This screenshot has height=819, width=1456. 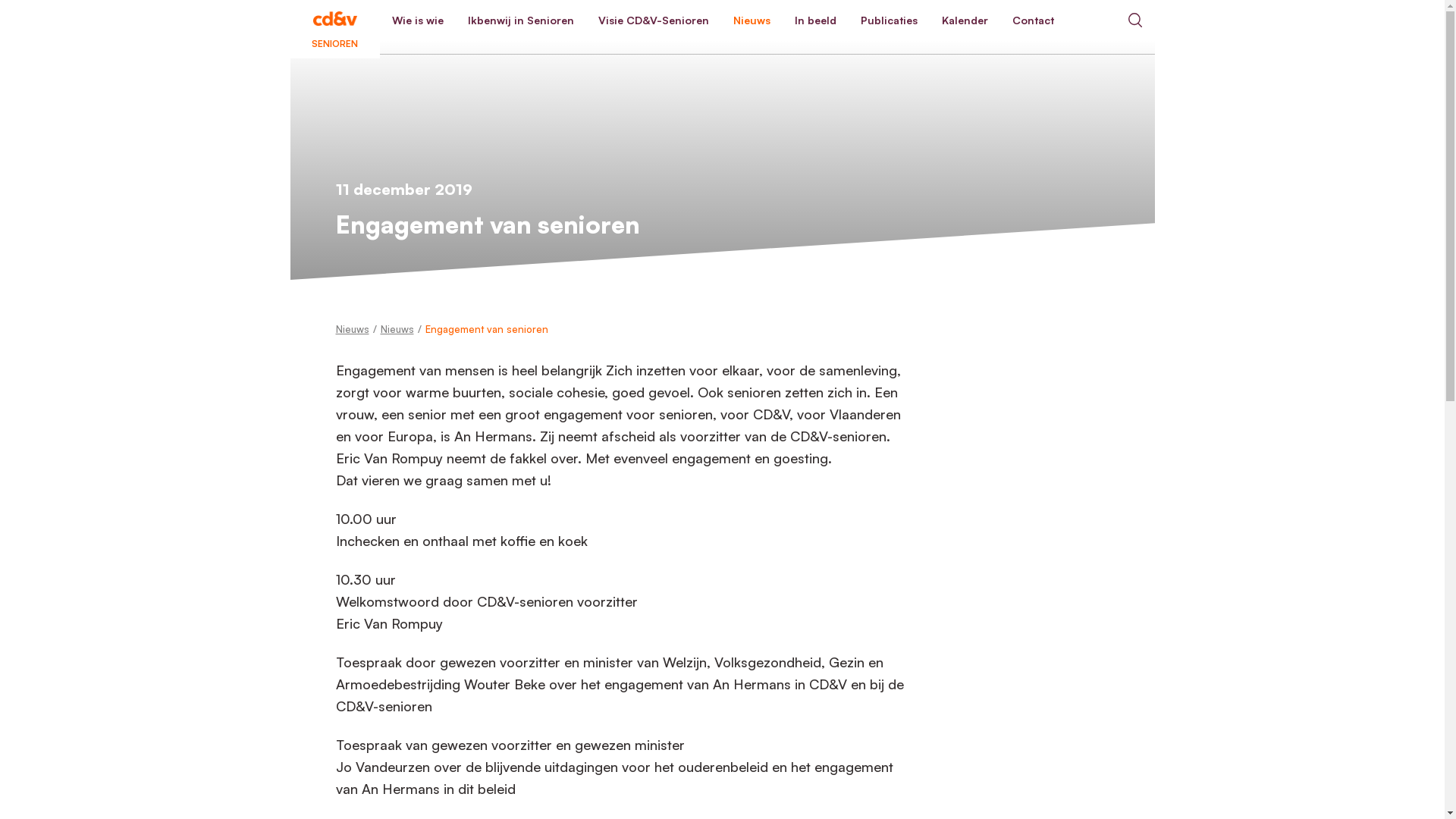 What do you see at coordinates (417, 20) in the screenshot?
I see `'Wie is wie'` at bounding box center [417, 20].